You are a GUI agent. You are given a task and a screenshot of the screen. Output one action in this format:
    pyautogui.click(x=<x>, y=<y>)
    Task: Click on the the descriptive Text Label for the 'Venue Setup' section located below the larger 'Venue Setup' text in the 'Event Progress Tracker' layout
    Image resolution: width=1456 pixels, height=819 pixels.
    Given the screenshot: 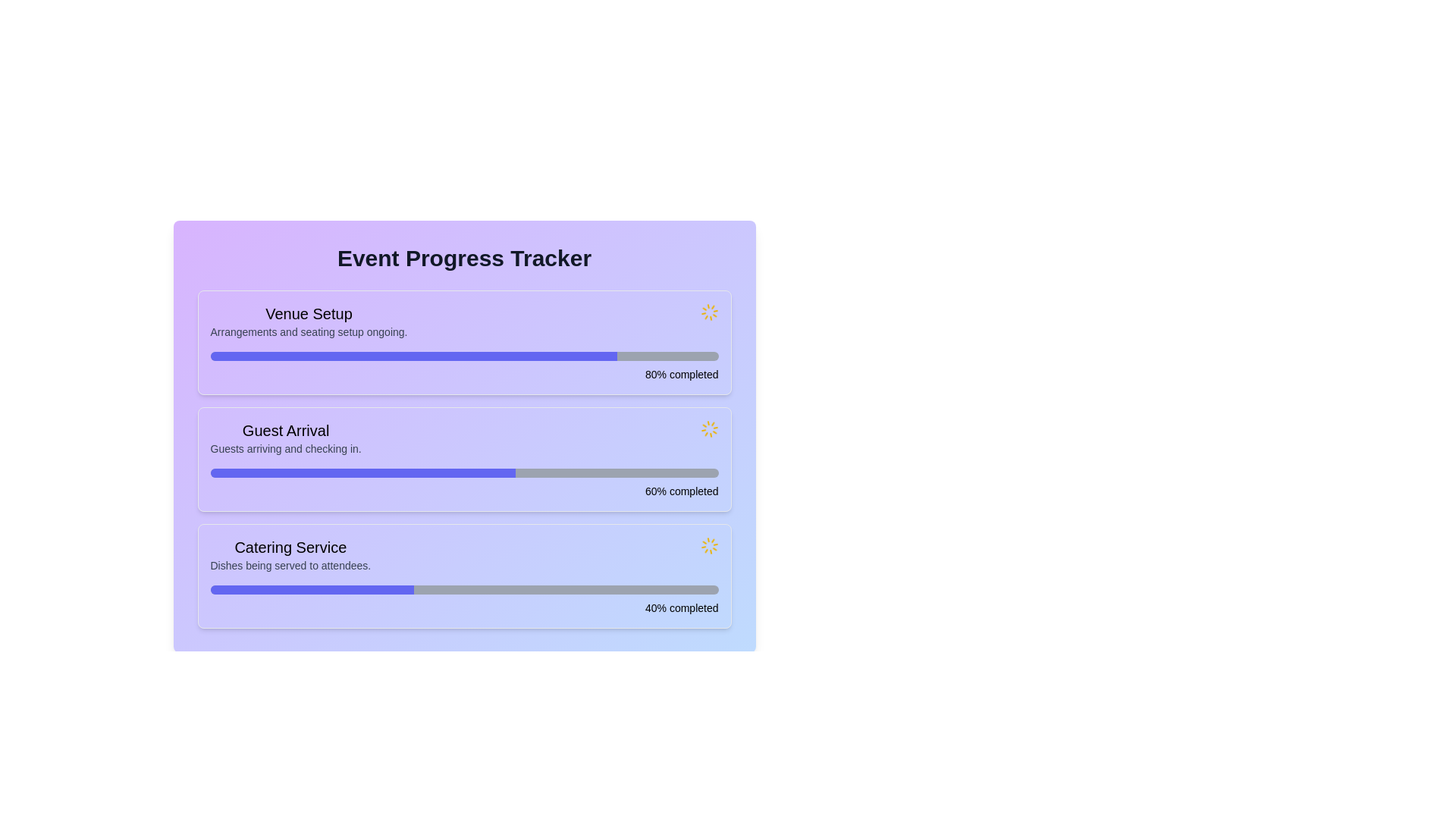 What is the action you would take?
    pyautogui.click(x=308, y=331)
    